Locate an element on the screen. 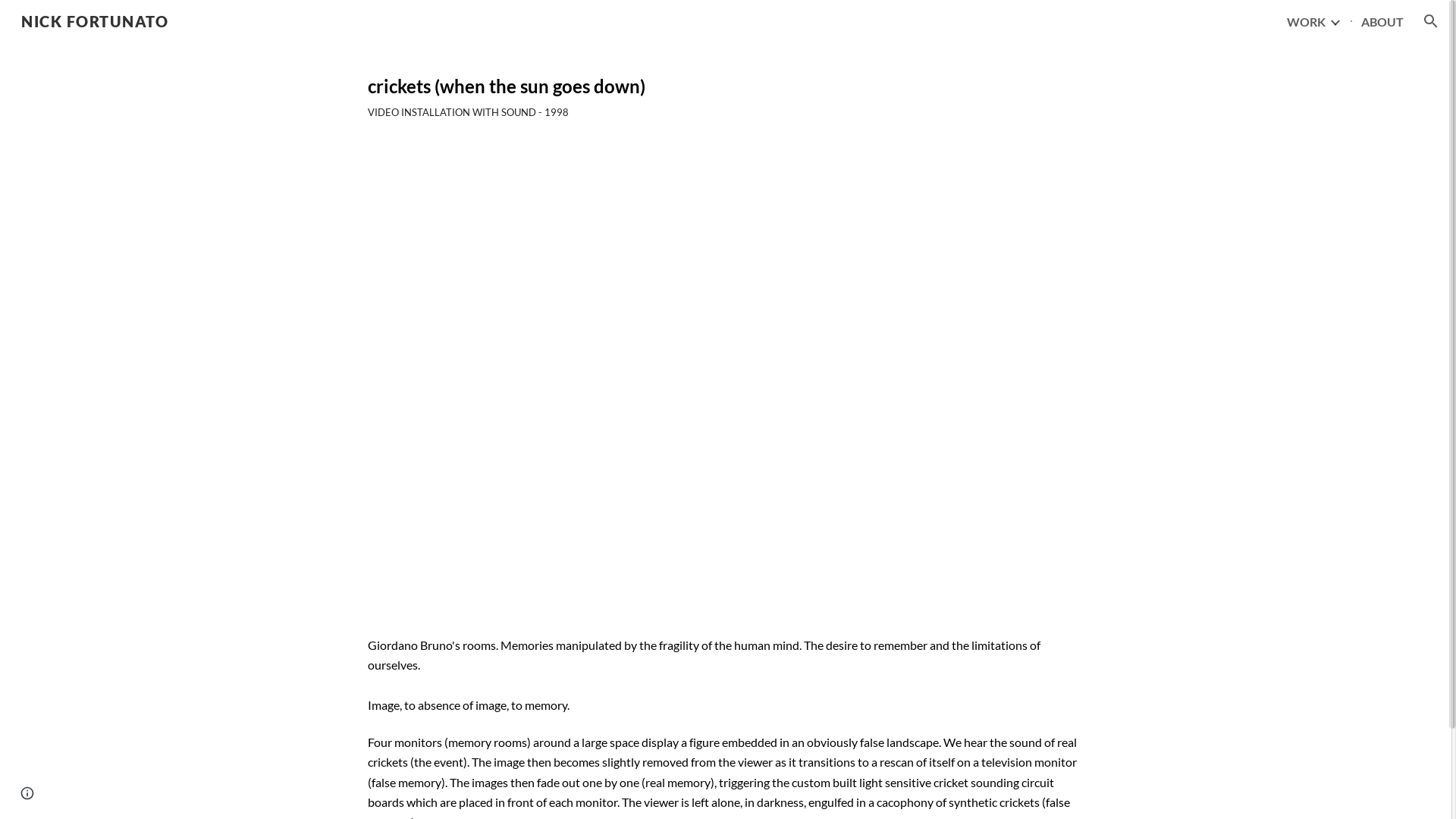 The height and width of the screenshot is (819, 1456). 'NICK FORTUNATO' is located at coordinates (93, 18).